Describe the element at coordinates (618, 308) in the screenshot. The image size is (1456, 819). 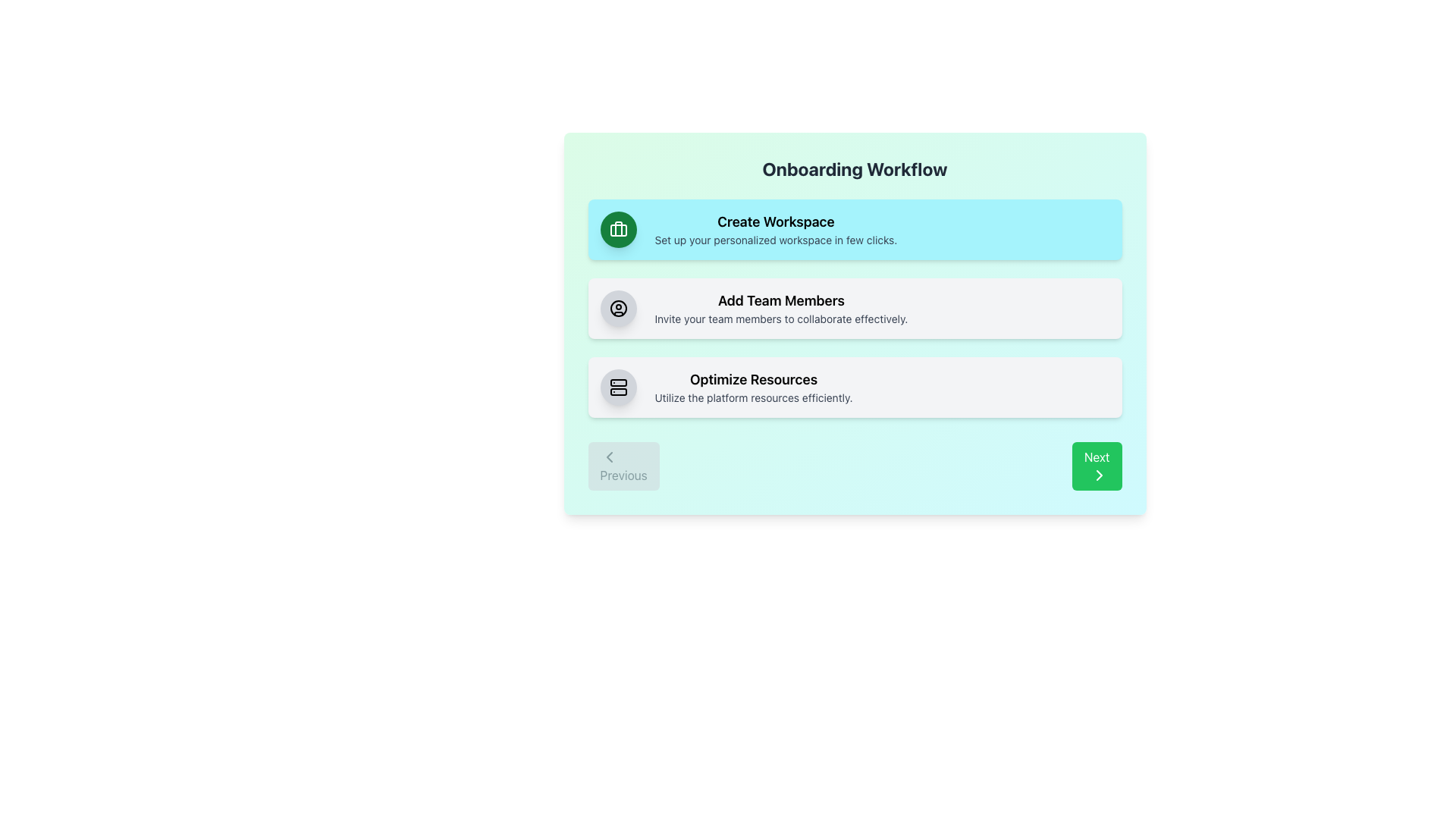
I see `the circular user icon resembling a stylized profile avatar, which is the leftmost icon inside the rounded rectangular button labeled 'Add Team Members' on the onboarding interface` at that location.